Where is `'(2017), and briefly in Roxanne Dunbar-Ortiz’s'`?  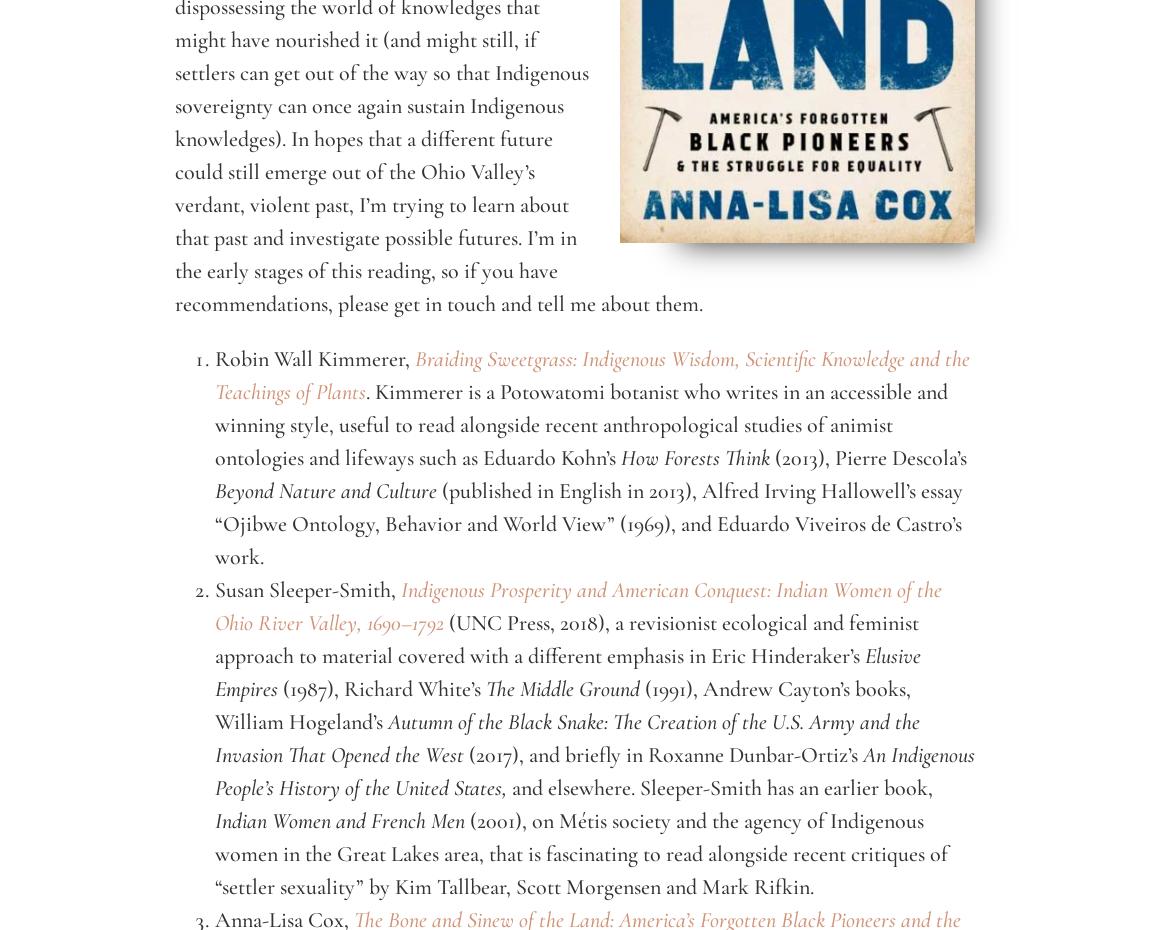
'(2017), and briefly in Roxanne Dunbar-Ortiz’s' is located at coordinates (468, 754).